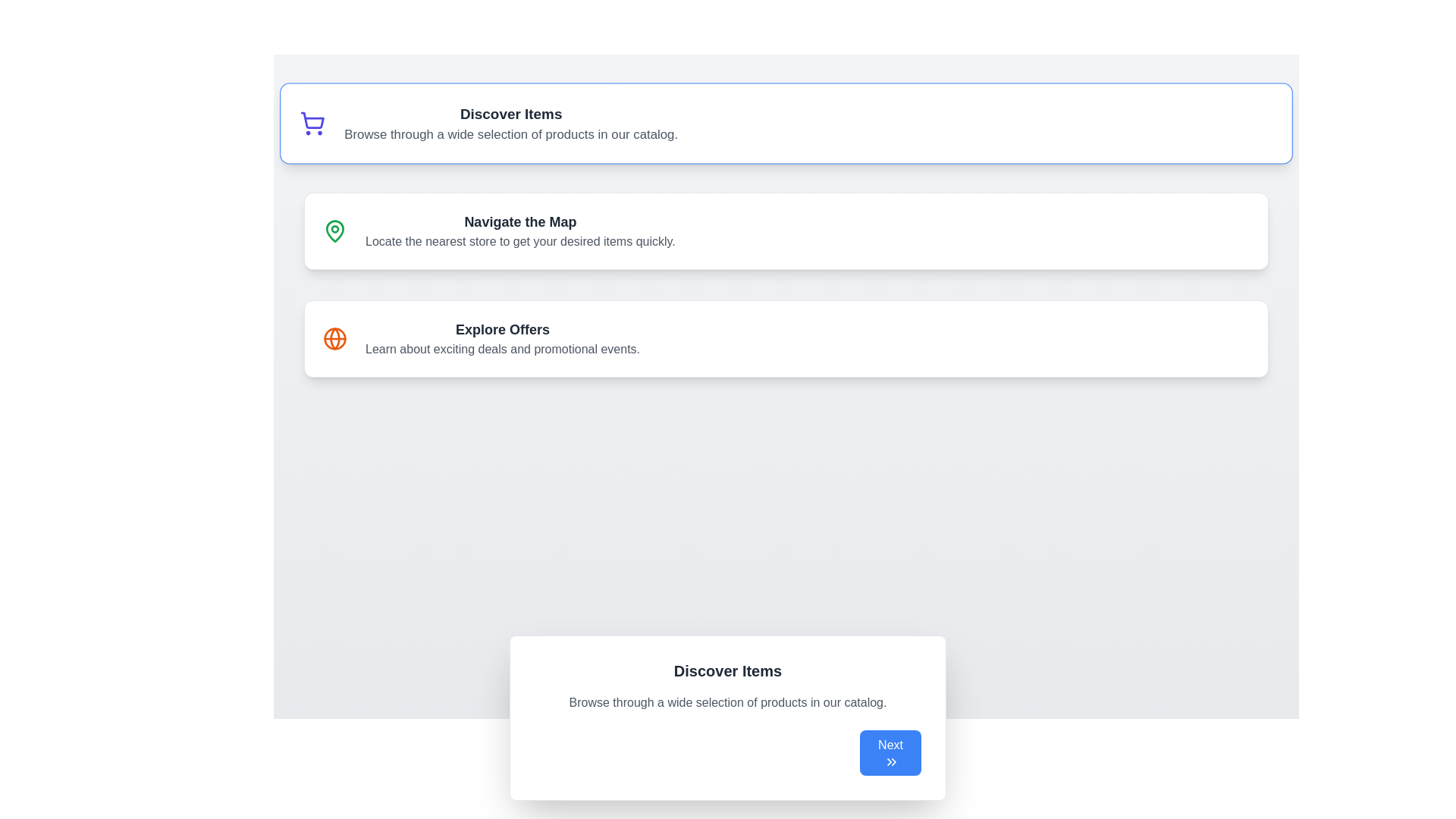 This screenshot has width=1456, height=819. Describe the element at coordinates (334, 231) in the screenshot. I see `the green pin-like icon located in the top-left corner of the 'Navigate the Map' card, which serves as a visual representation for location or navigation` at that location.